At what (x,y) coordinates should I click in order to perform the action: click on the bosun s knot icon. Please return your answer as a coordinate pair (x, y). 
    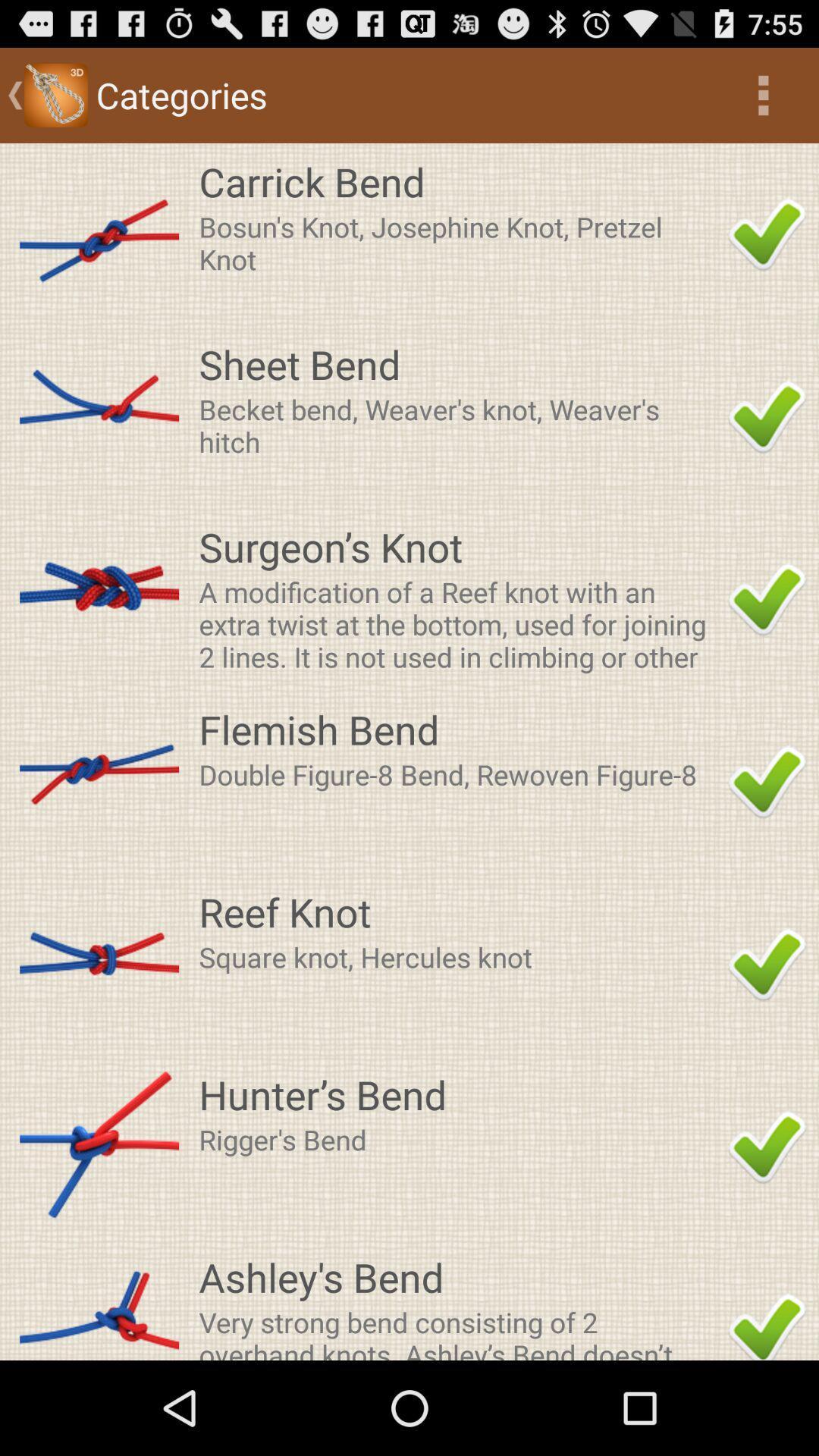
    Looking at the image, I should click on (458, 243).